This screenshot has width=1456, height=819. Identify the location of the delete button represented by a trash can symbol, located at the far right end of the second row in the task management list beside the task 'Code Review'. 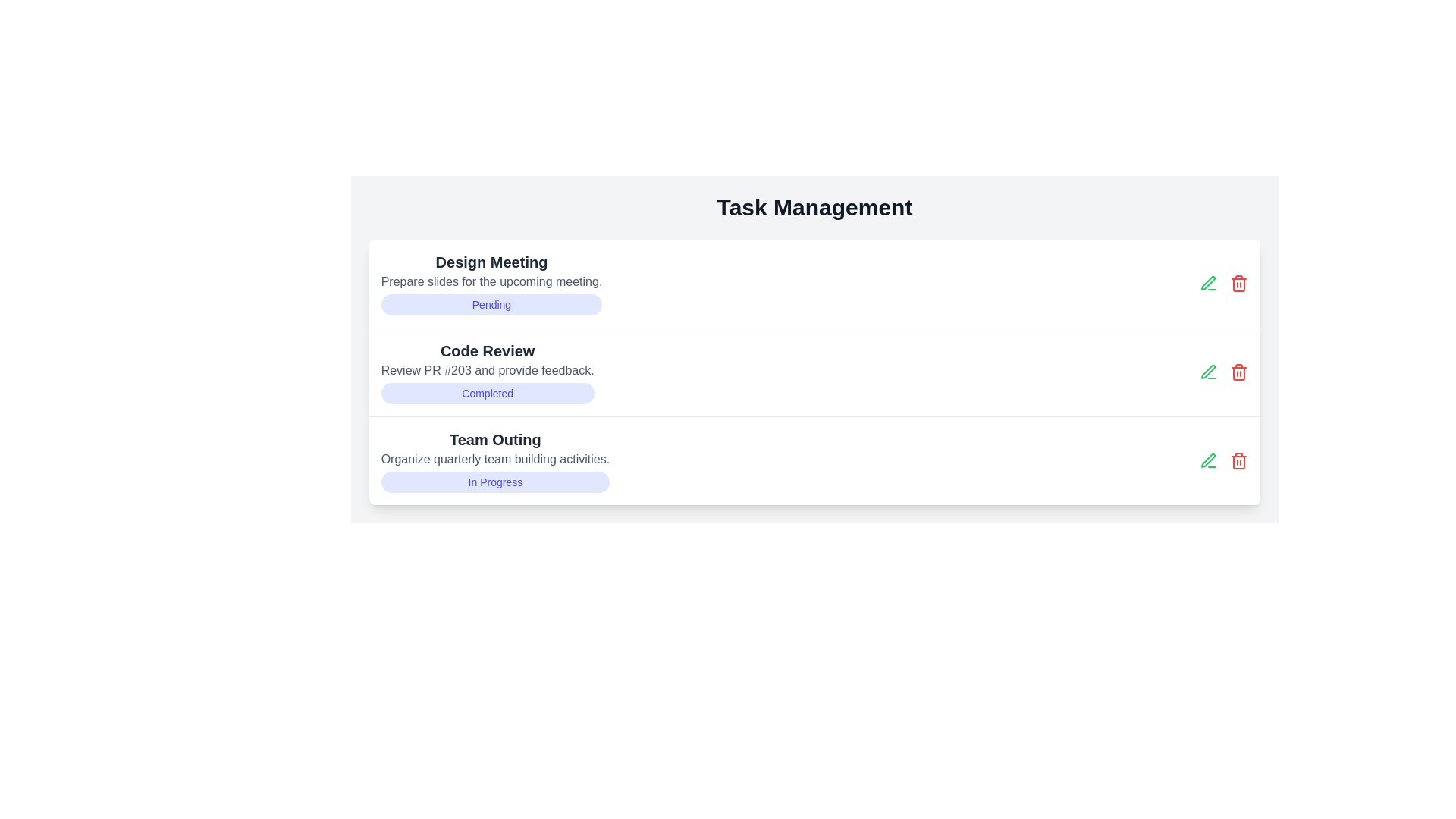
(1239, 284).